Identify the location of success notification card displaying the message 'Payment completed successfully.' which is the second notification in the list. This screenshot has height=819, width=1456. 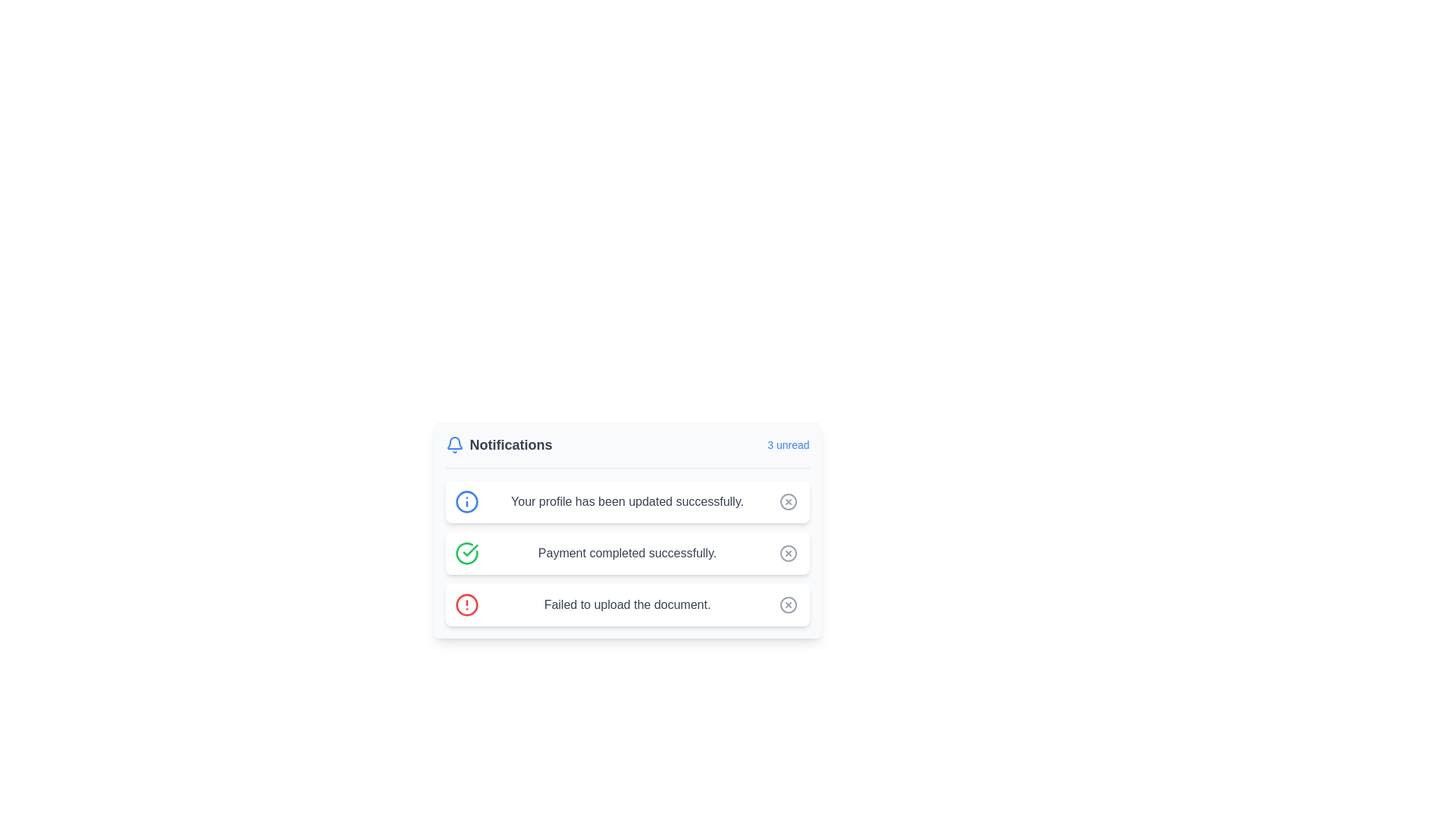
(627, 553).